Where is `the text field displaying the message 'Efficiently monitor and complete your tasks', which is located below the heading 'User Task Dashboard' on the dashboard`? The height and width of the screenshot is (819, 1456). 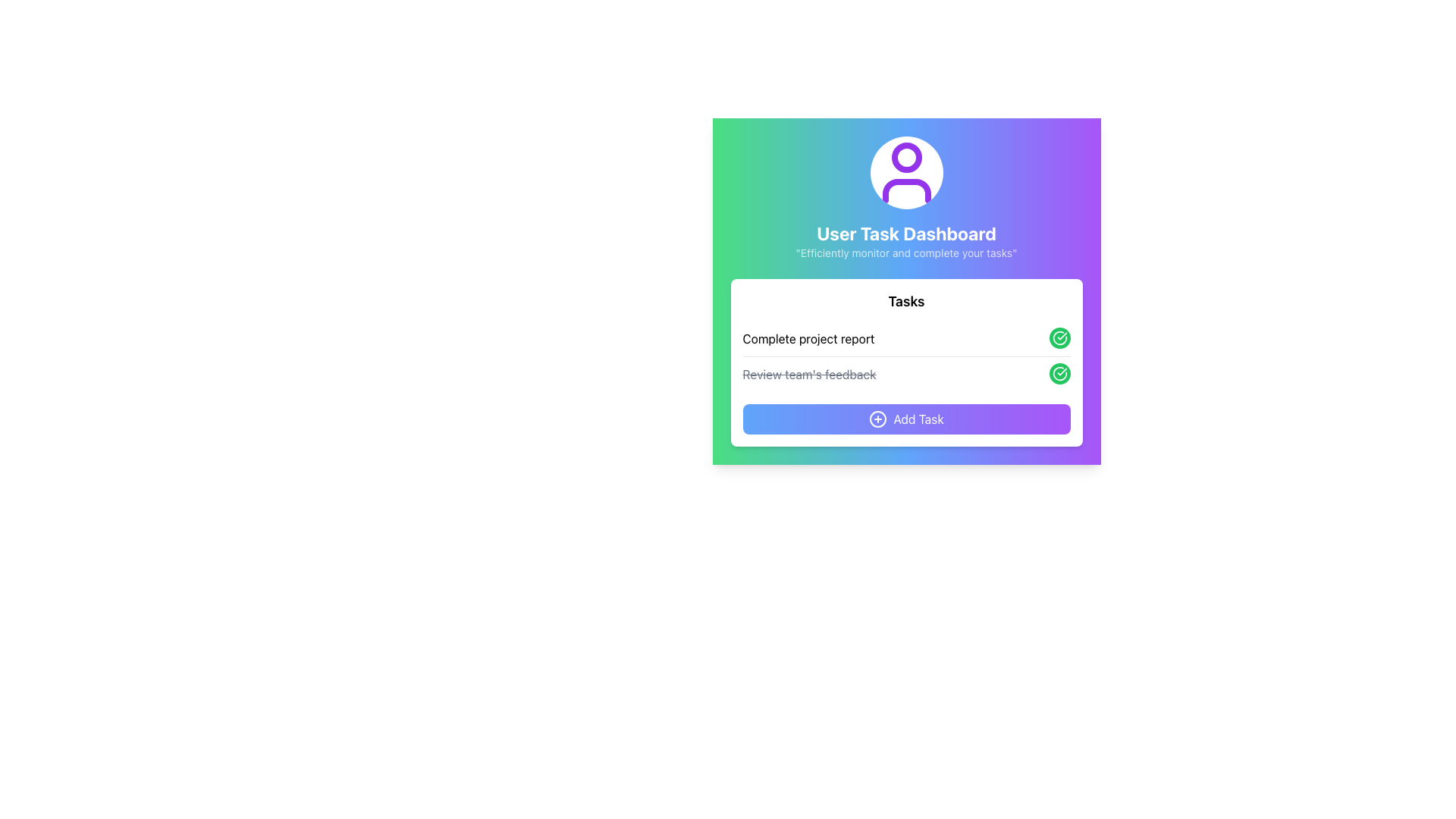 the text field displaying the message 'Efficiently monitor and complete your tasks', which is located below the heading 'User Task Dashboard' on the dashboard is located at coordinates (906, 253).